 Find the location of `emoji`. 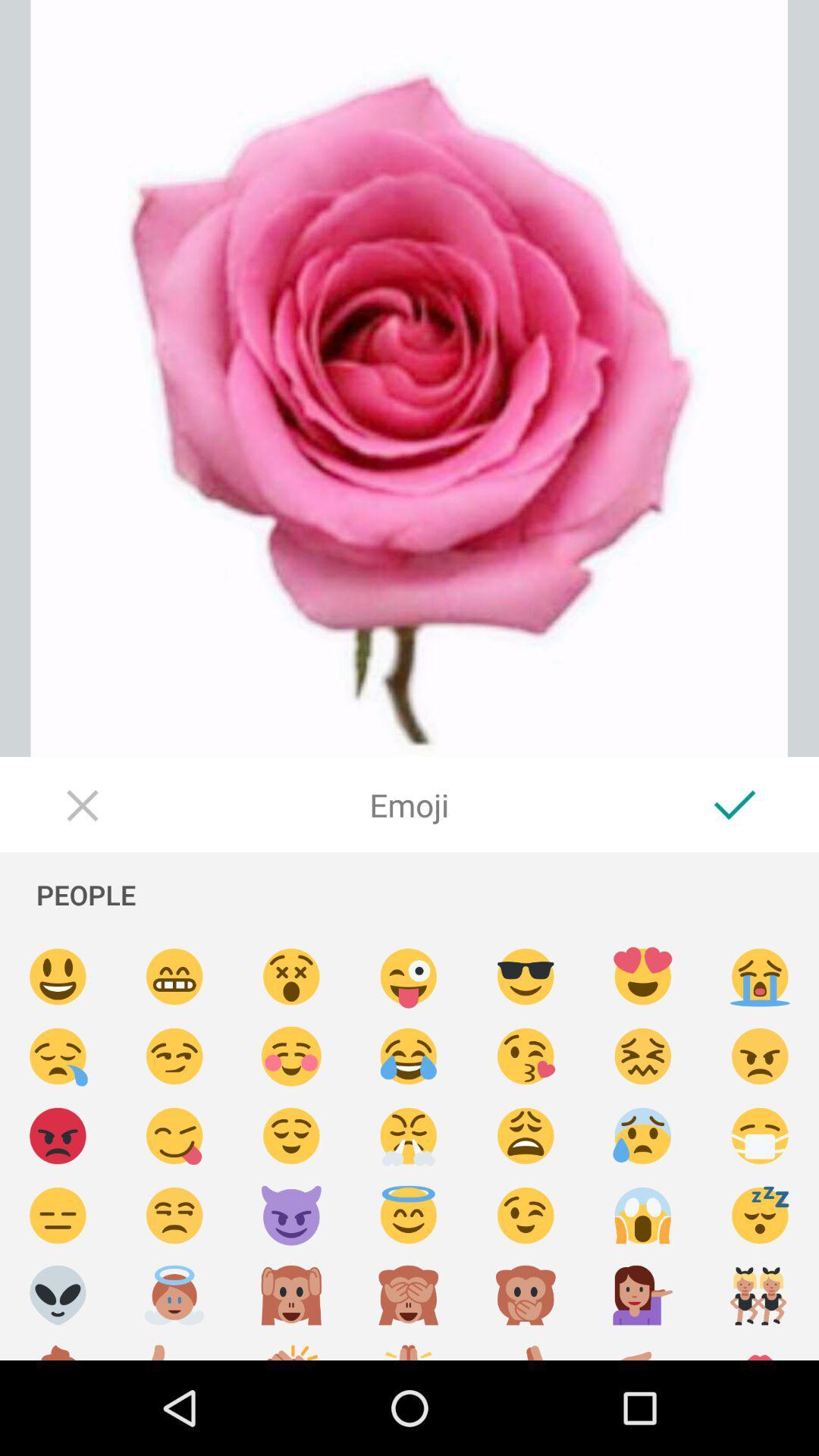

emoji is located at coordinates (525, 1348).